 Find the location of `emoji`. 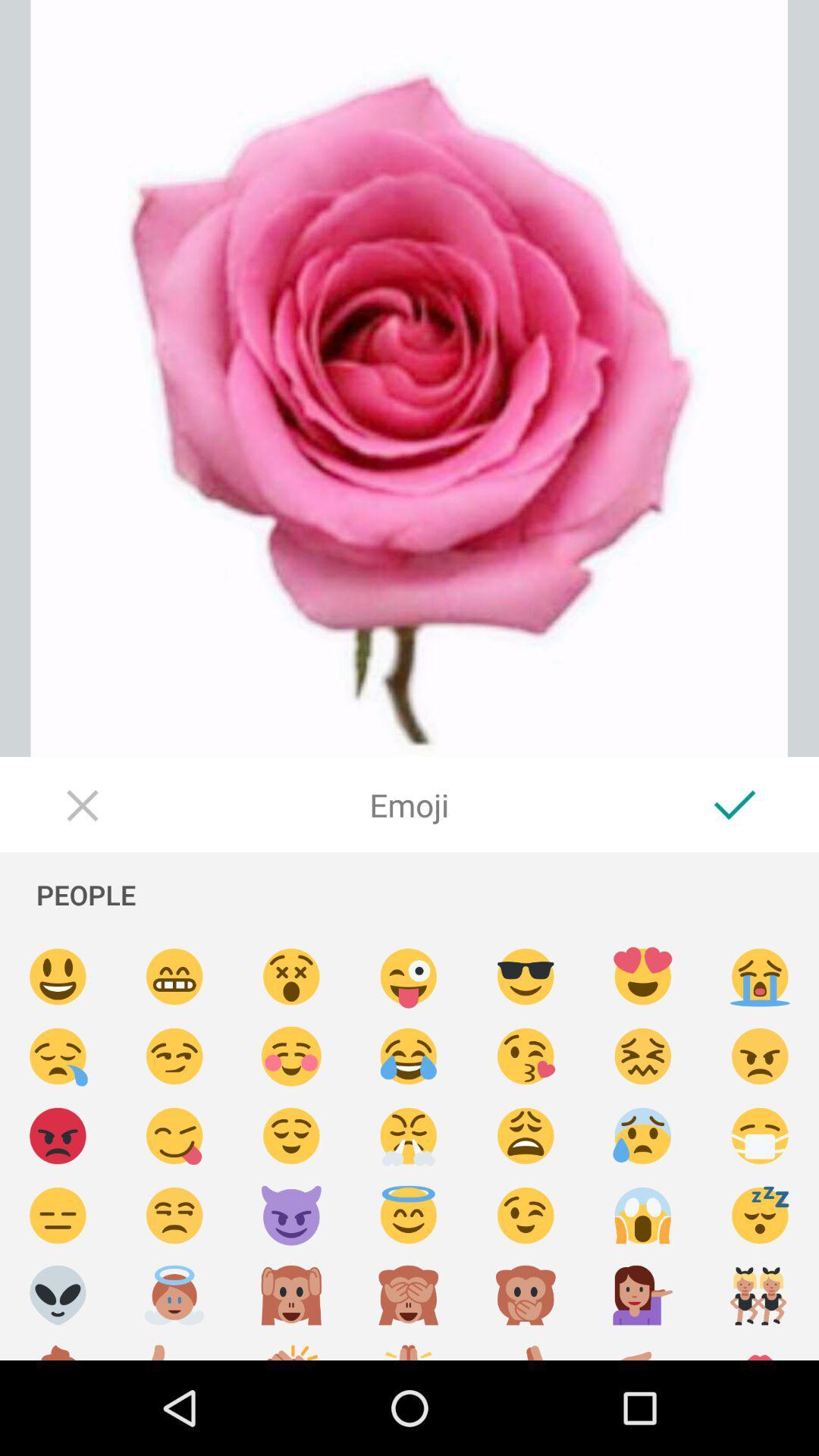

emoji is located at coordinates (525, 1348).